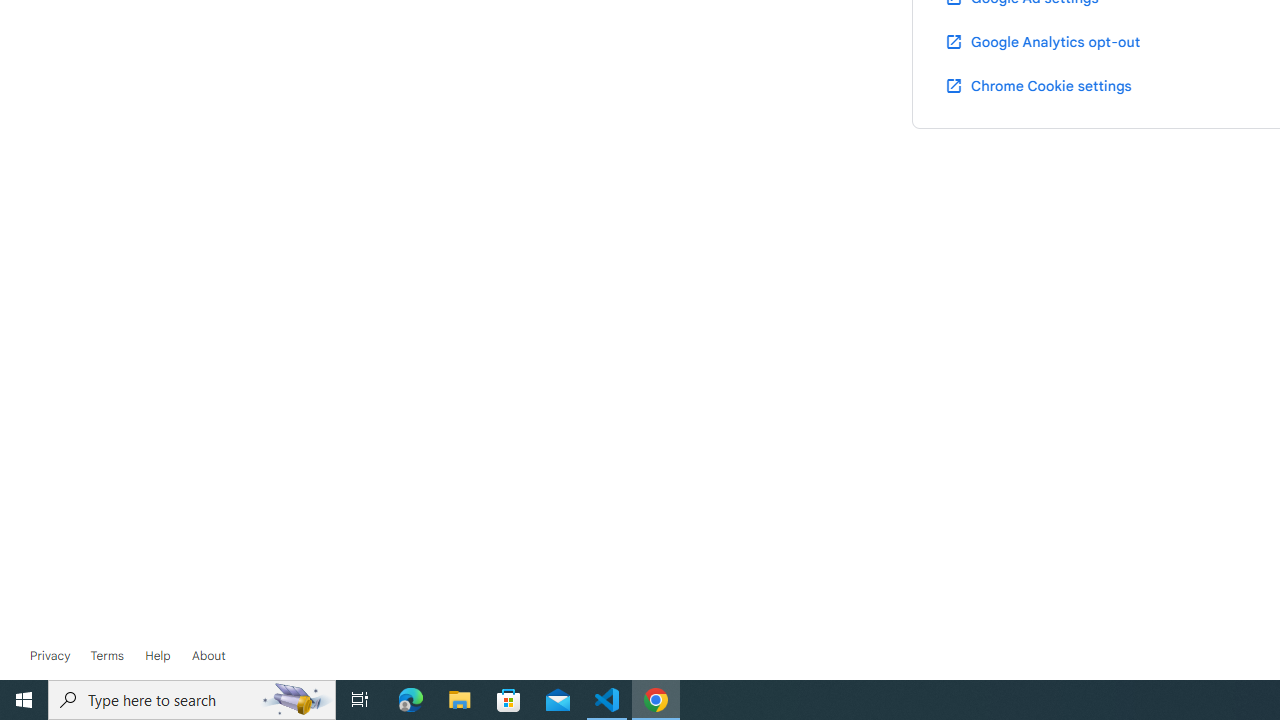  I want to click on 'Google Analytics opt-out', so click(1040, 41).